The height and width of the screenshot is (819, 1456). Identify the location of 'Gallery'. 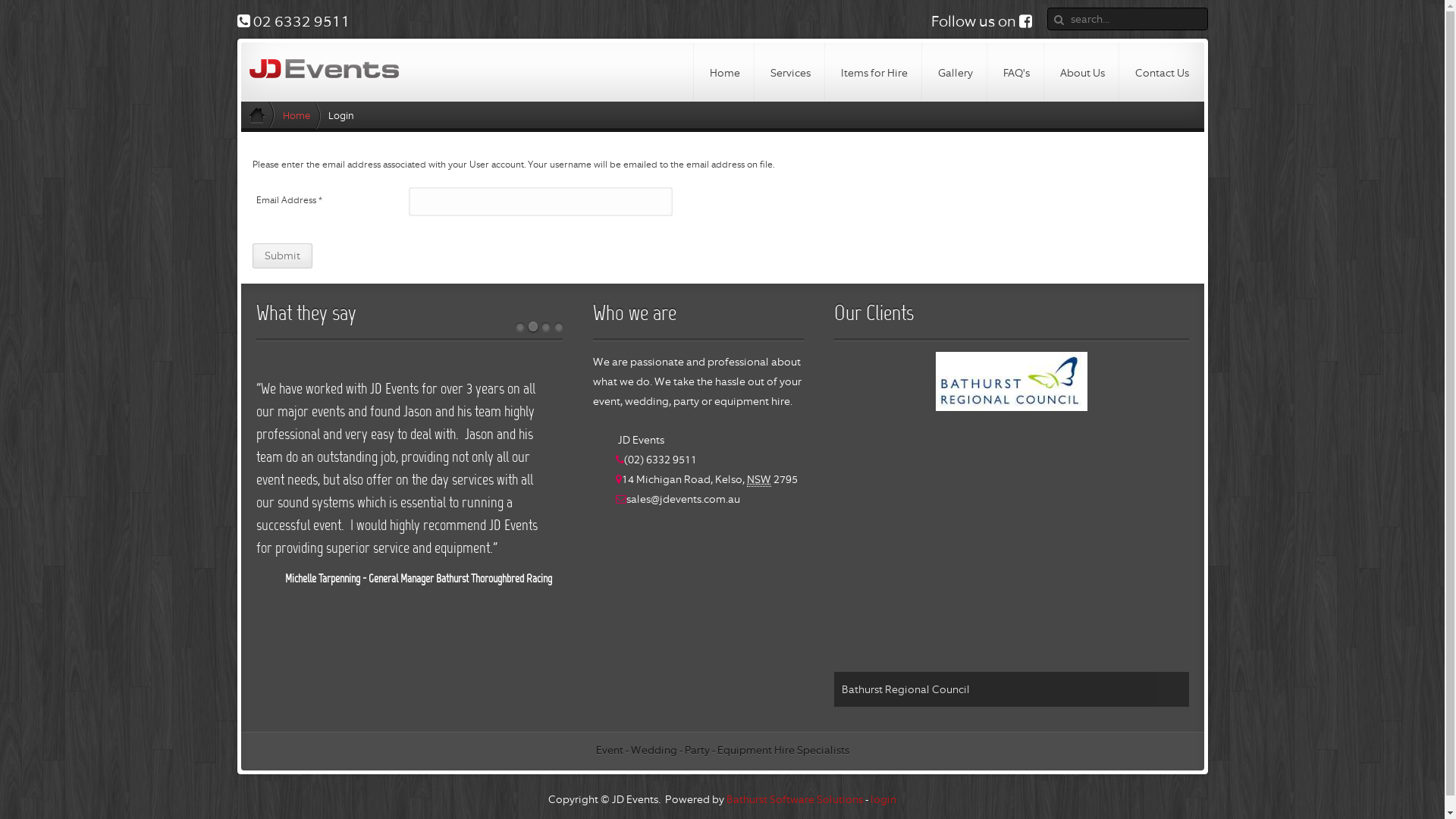
(953, 72).